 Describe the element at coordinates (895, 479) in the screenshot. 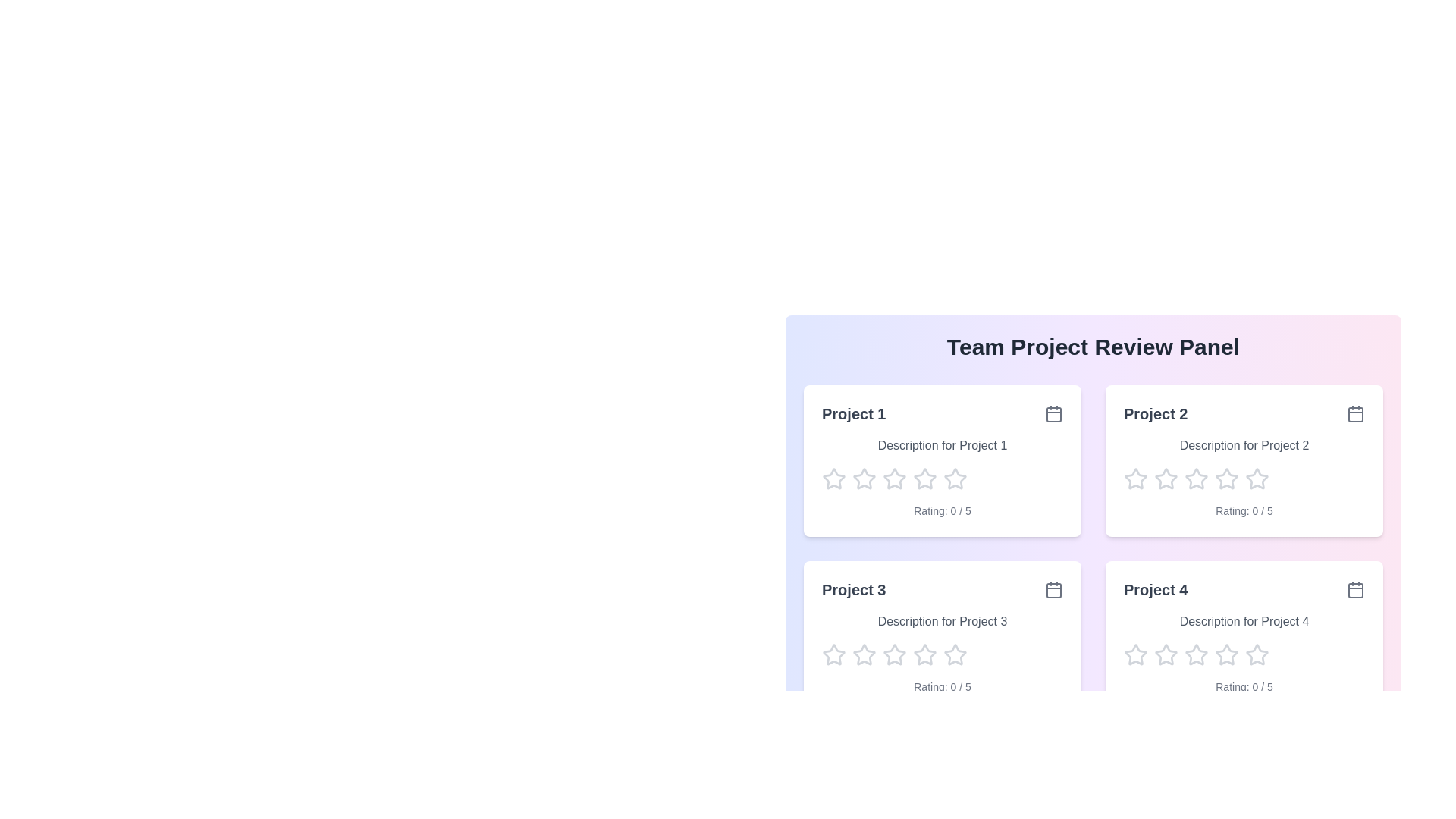

I see `the star corresponding to 3 to preview the rating effect` at that location.